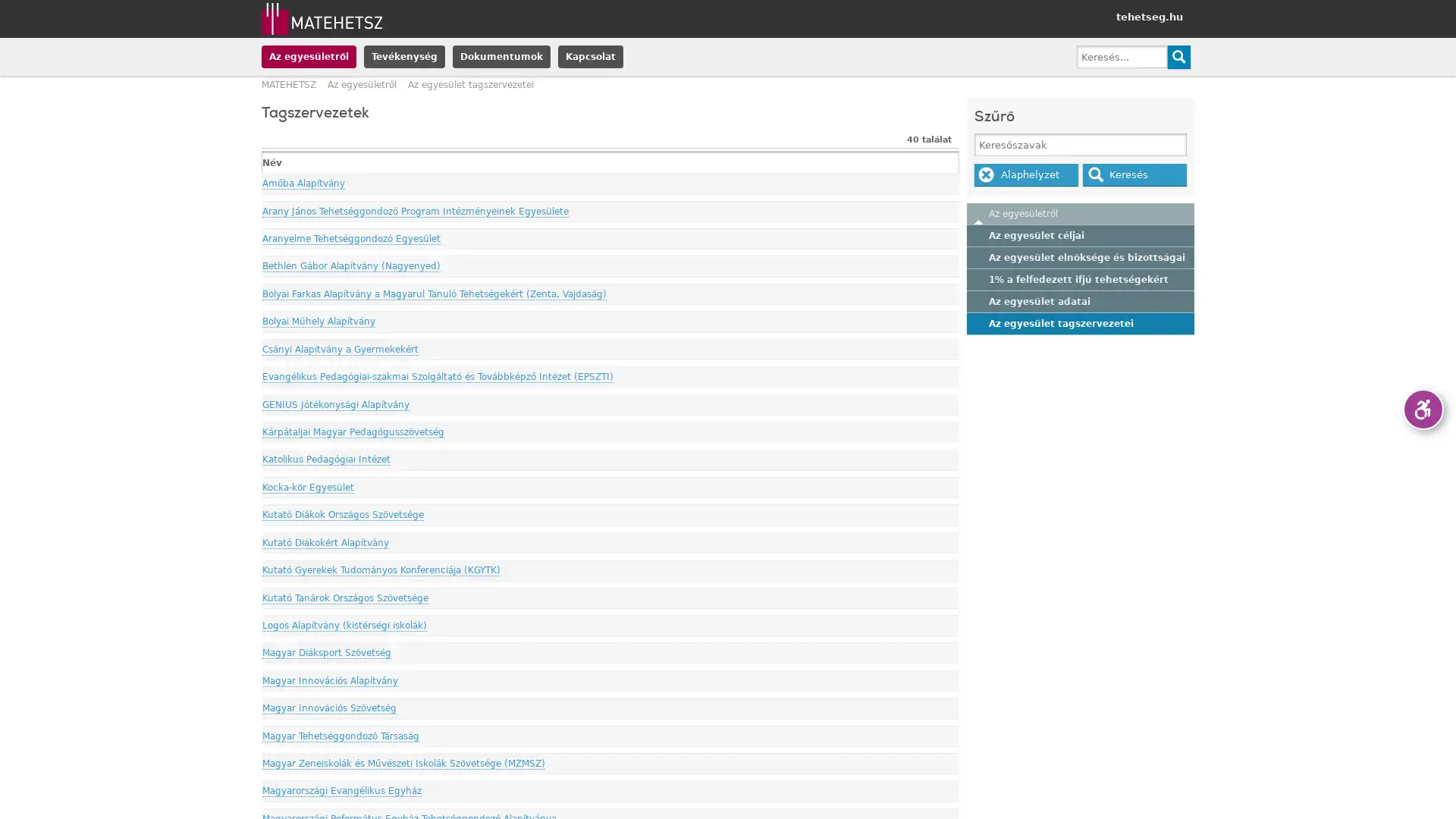  I want to click on Alaphelyzet, so click(1026, 174).